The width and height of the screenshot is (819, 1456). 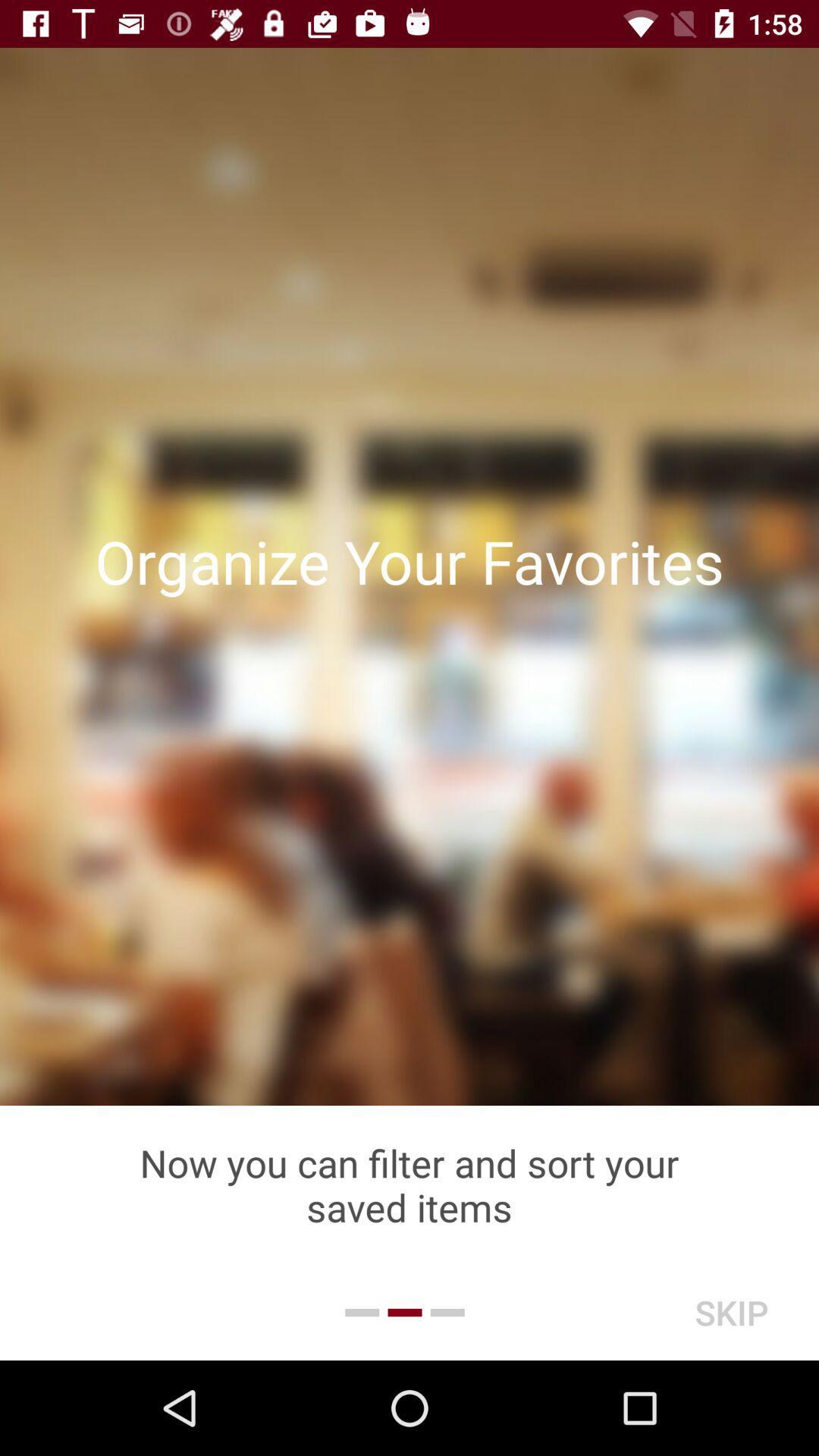 I want to click on the item below the now you can item, so click(x=730, y=1312).